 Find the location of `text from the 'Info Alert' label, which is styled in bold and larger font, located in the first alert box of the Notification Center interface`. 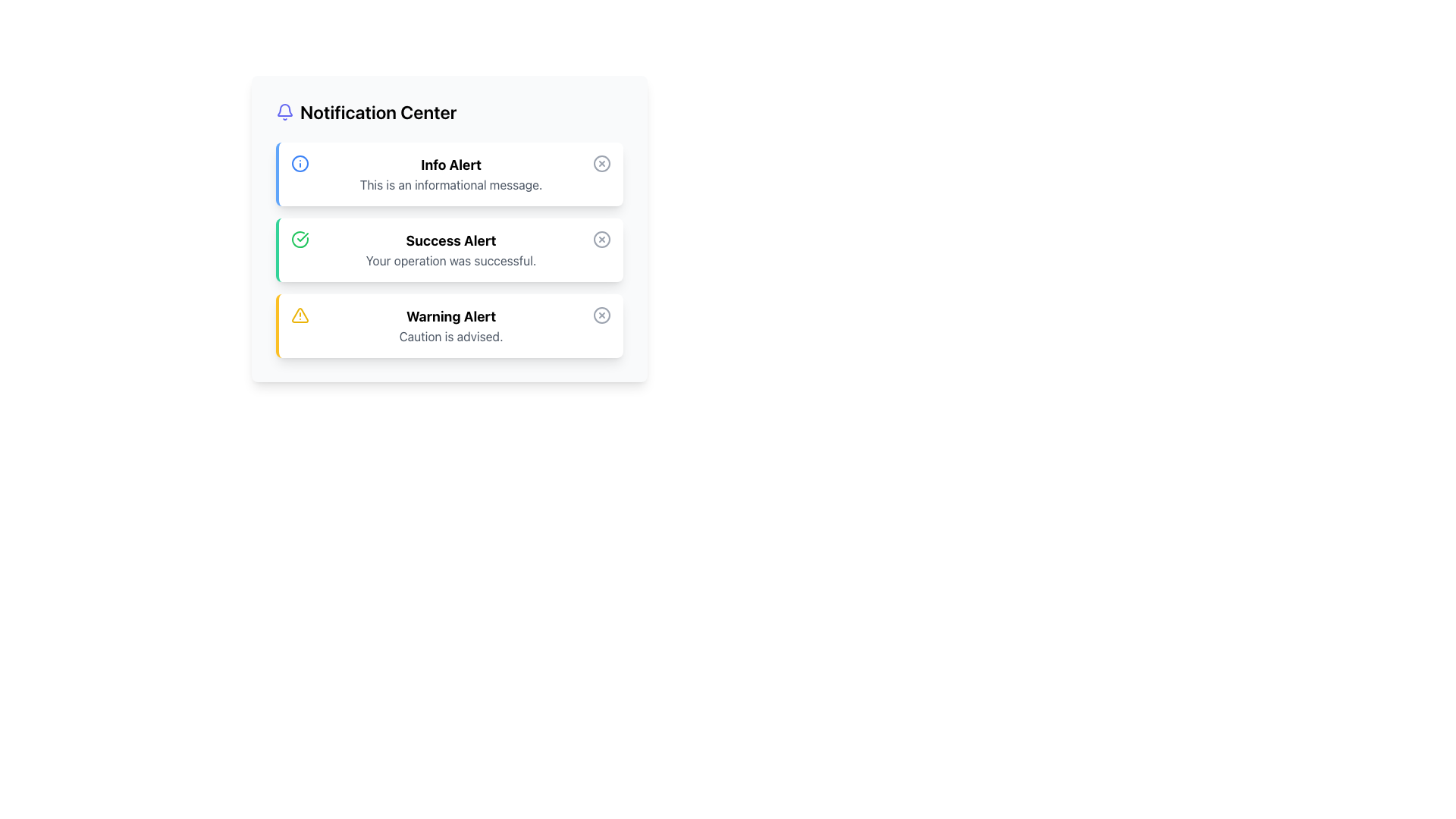

text from the 'Info Alert' label, which is styled in bold and larger font, located in the first alert box of the Notification Center interface is located at coordinates (450, 165).